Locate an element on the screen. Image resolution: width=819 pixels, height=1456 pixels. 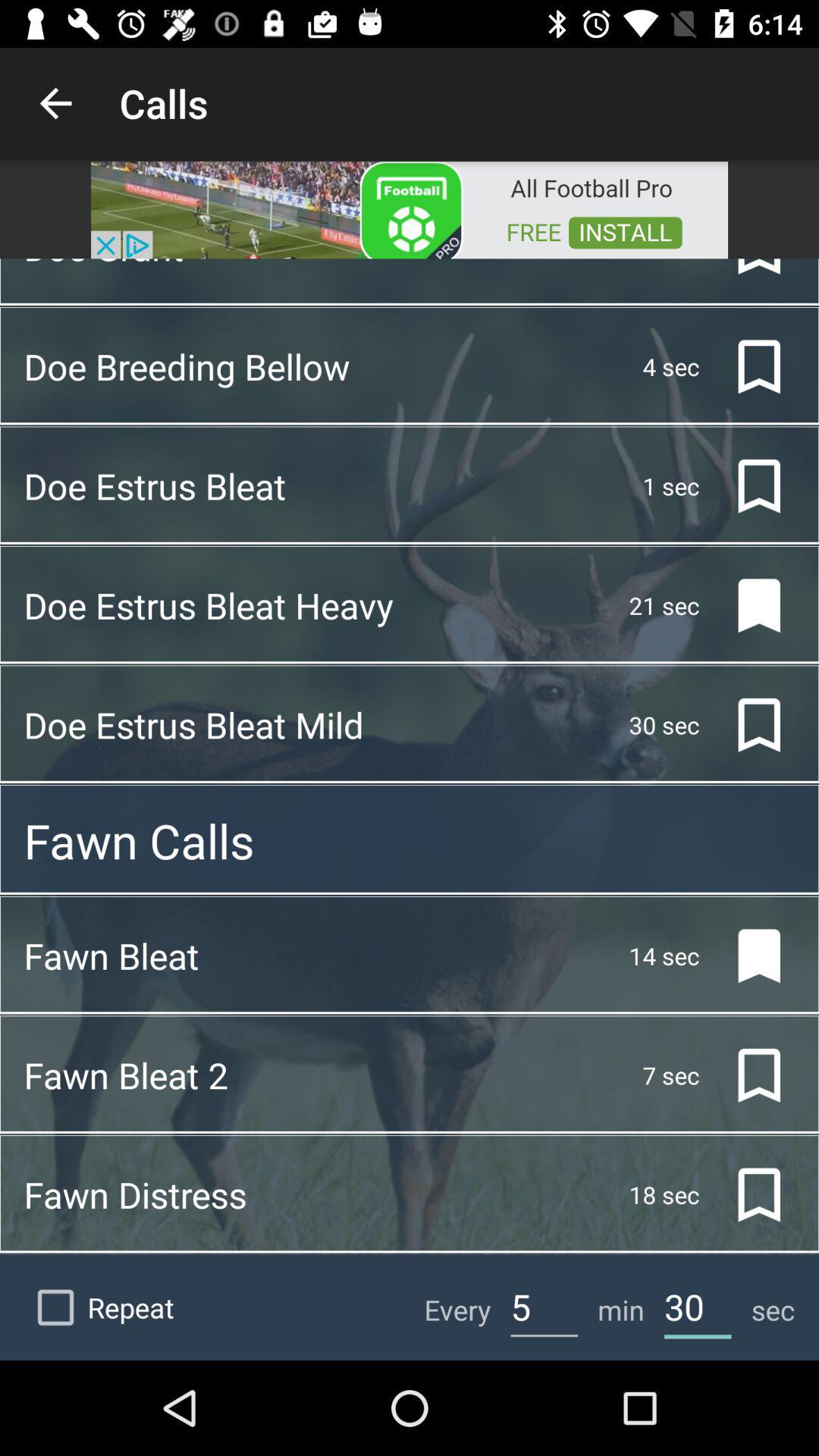
the bookmark icon is located at coordinates (746, 604).